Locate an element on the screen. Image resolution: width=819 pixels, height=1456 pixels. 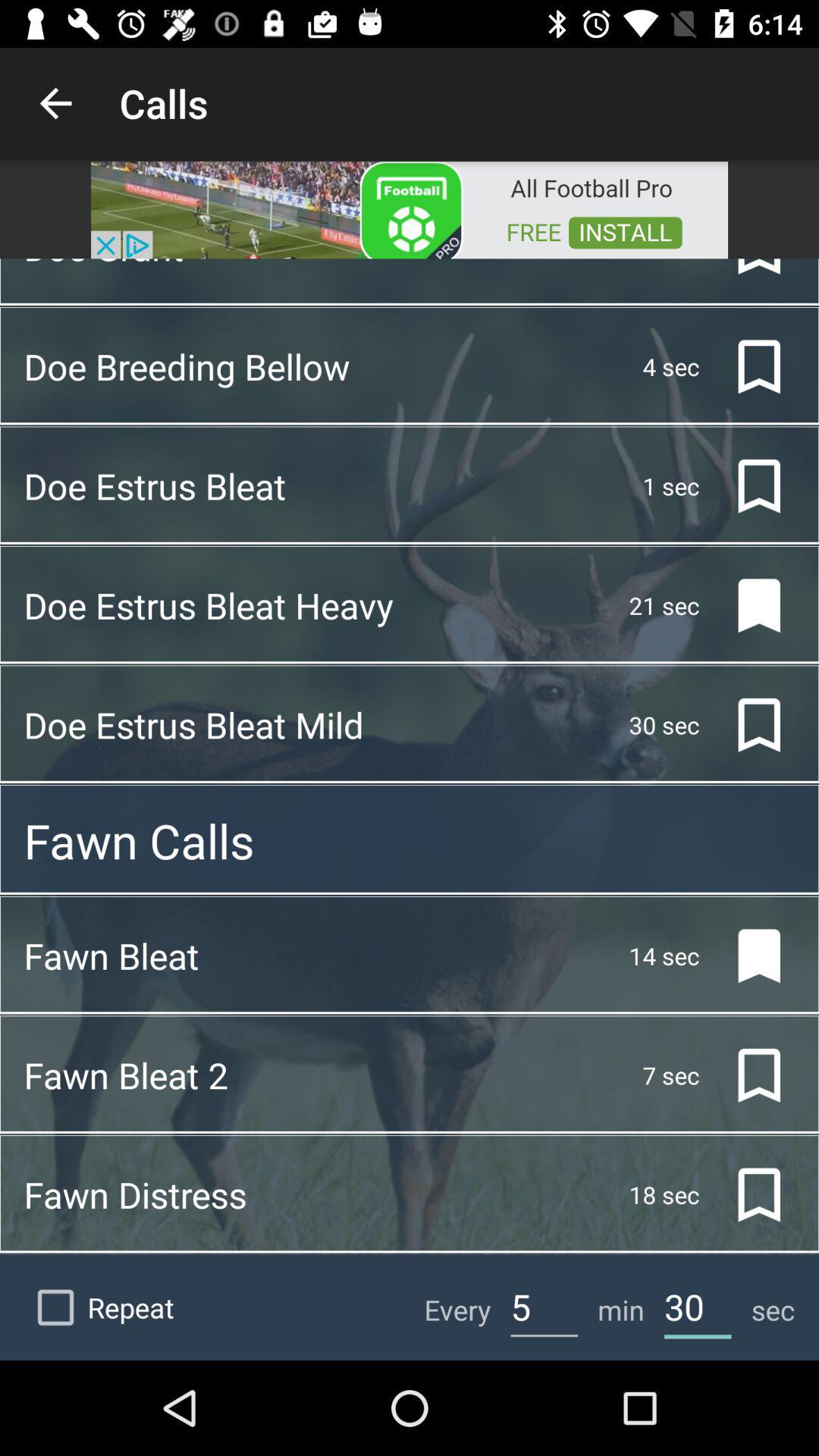
the bookmark icon is located at coordinates (746, 604).